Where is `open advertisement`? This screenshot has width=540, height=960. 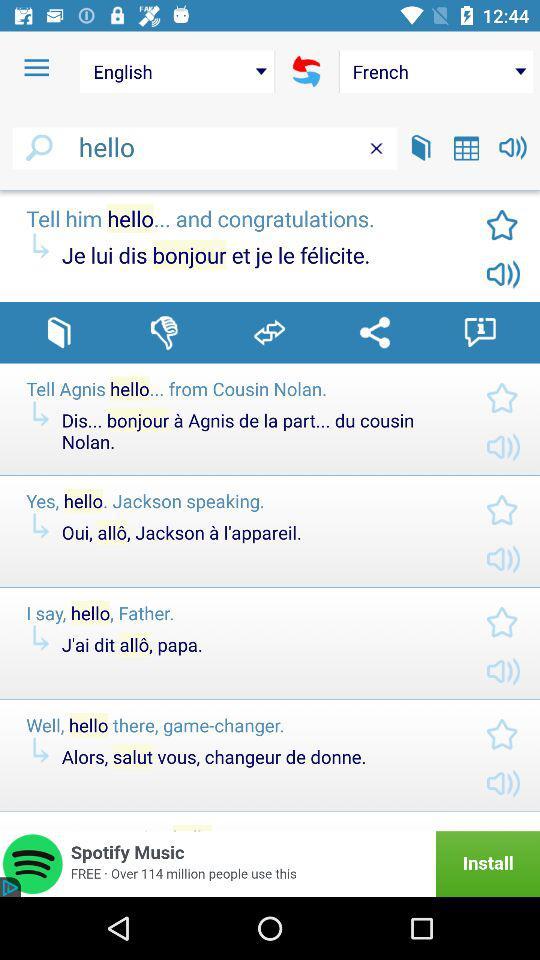
open advertisement is located at coordinates (270, 863).